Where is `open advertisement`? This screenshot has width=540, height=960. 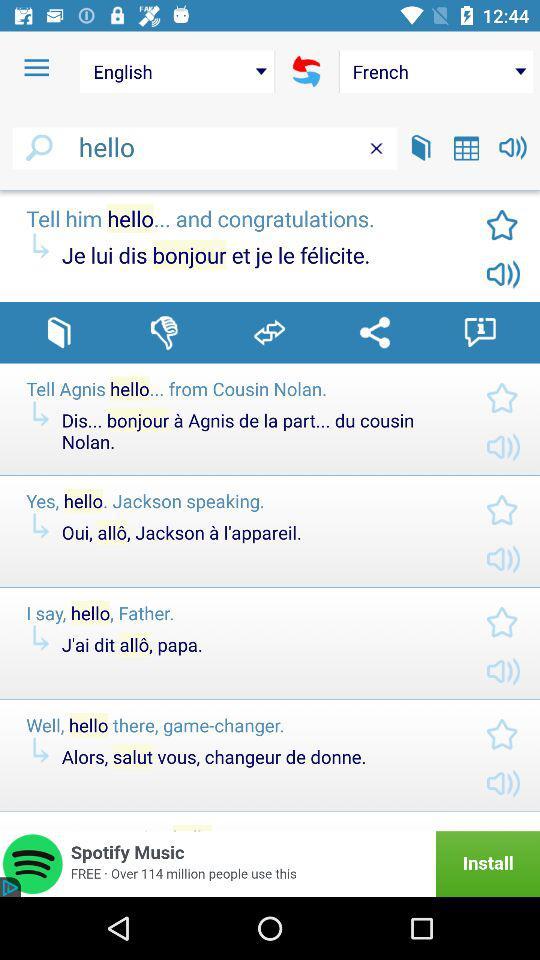
open advertisement is located at coordinates (270, 863).